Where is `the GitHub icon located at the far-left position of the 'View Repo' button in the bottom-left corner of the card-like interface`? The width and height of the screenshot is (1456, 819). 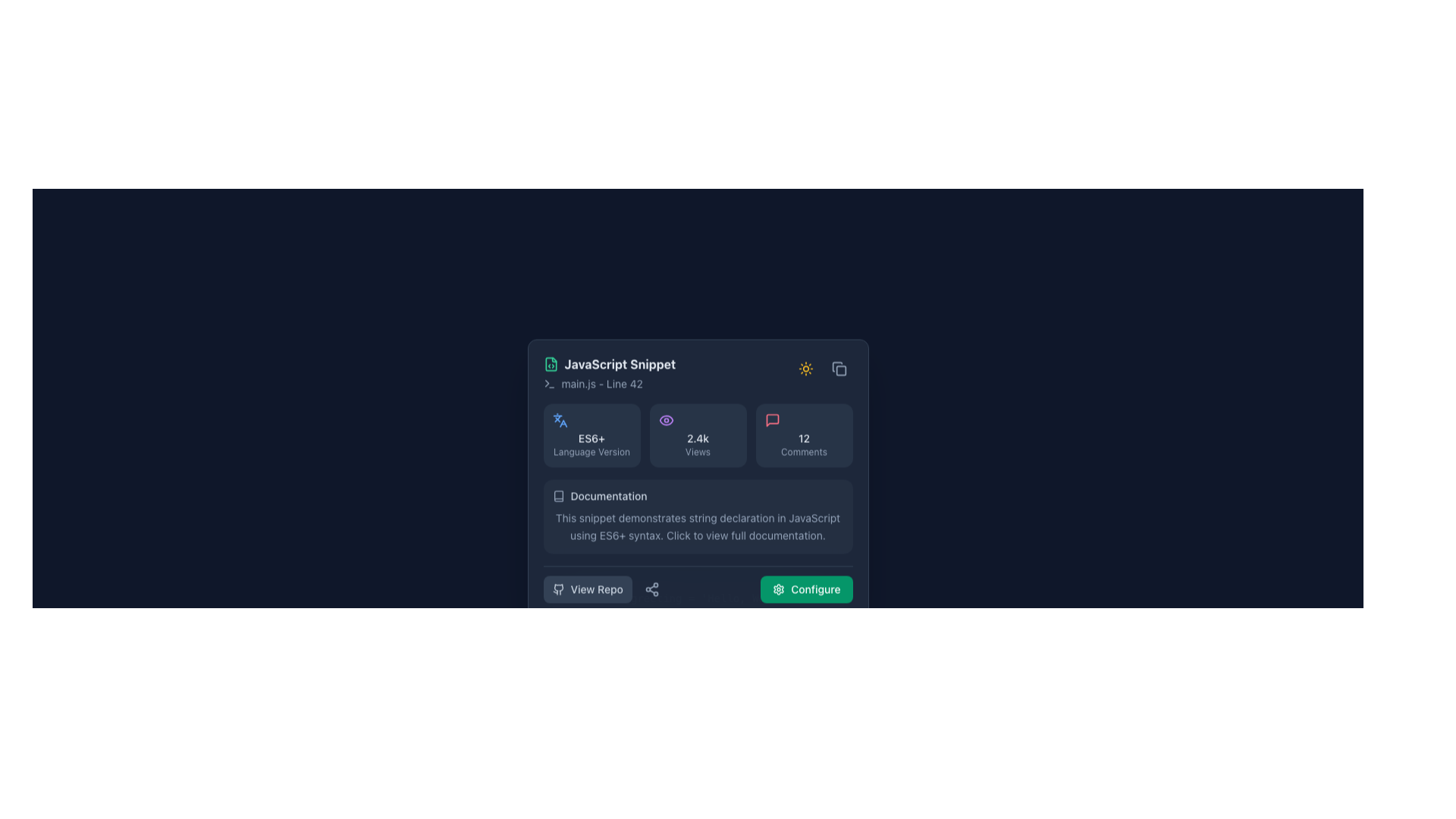 the GitHub icon located at the far-left position of the 'View Repo' button in the bottom-left corner of the card-like interface is located at coordinates (557, 588).